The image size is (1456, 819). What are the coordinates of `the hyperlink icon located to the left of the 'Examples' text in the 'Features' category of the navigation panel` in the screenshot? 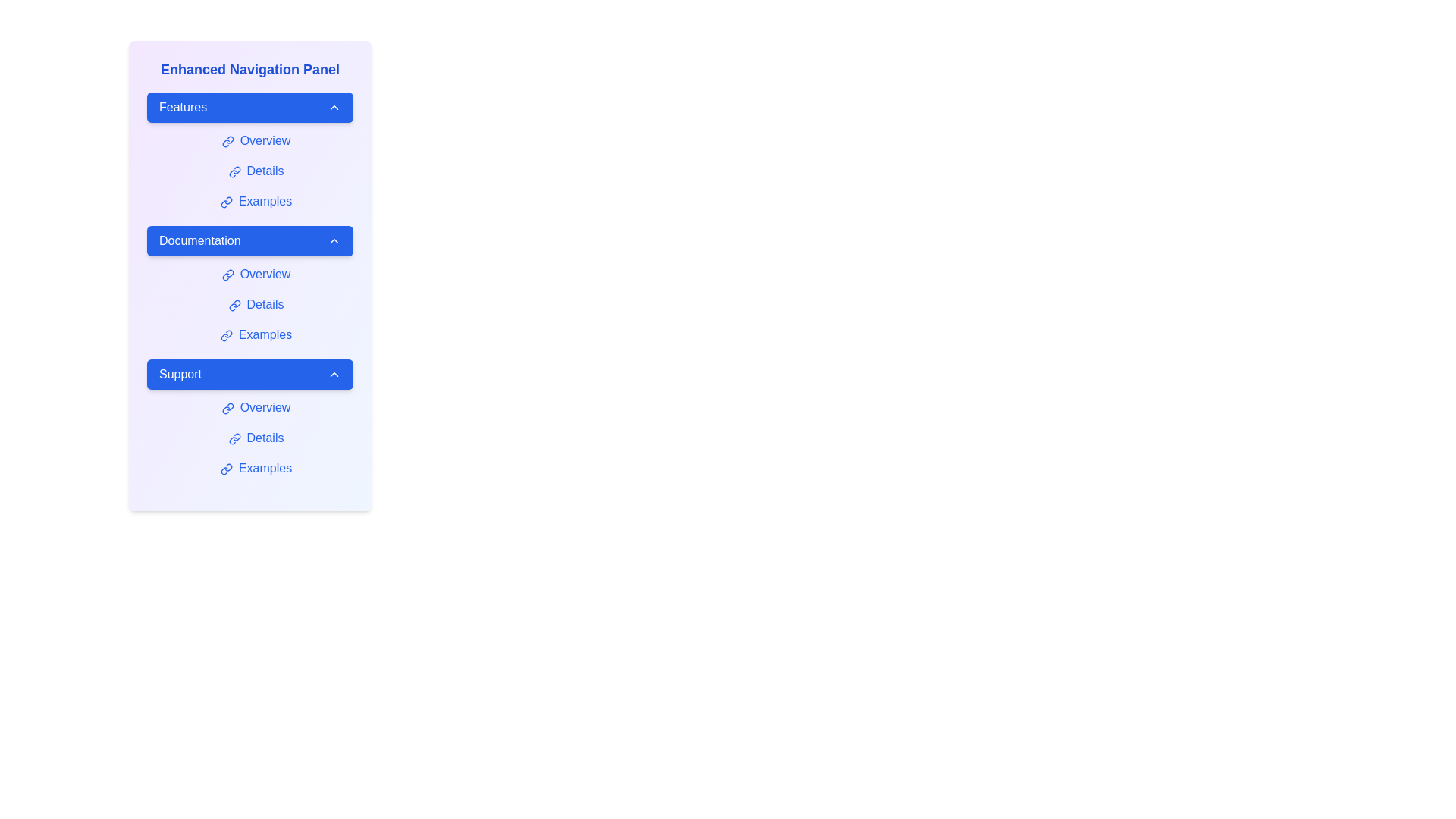 It's located at (225, 201).